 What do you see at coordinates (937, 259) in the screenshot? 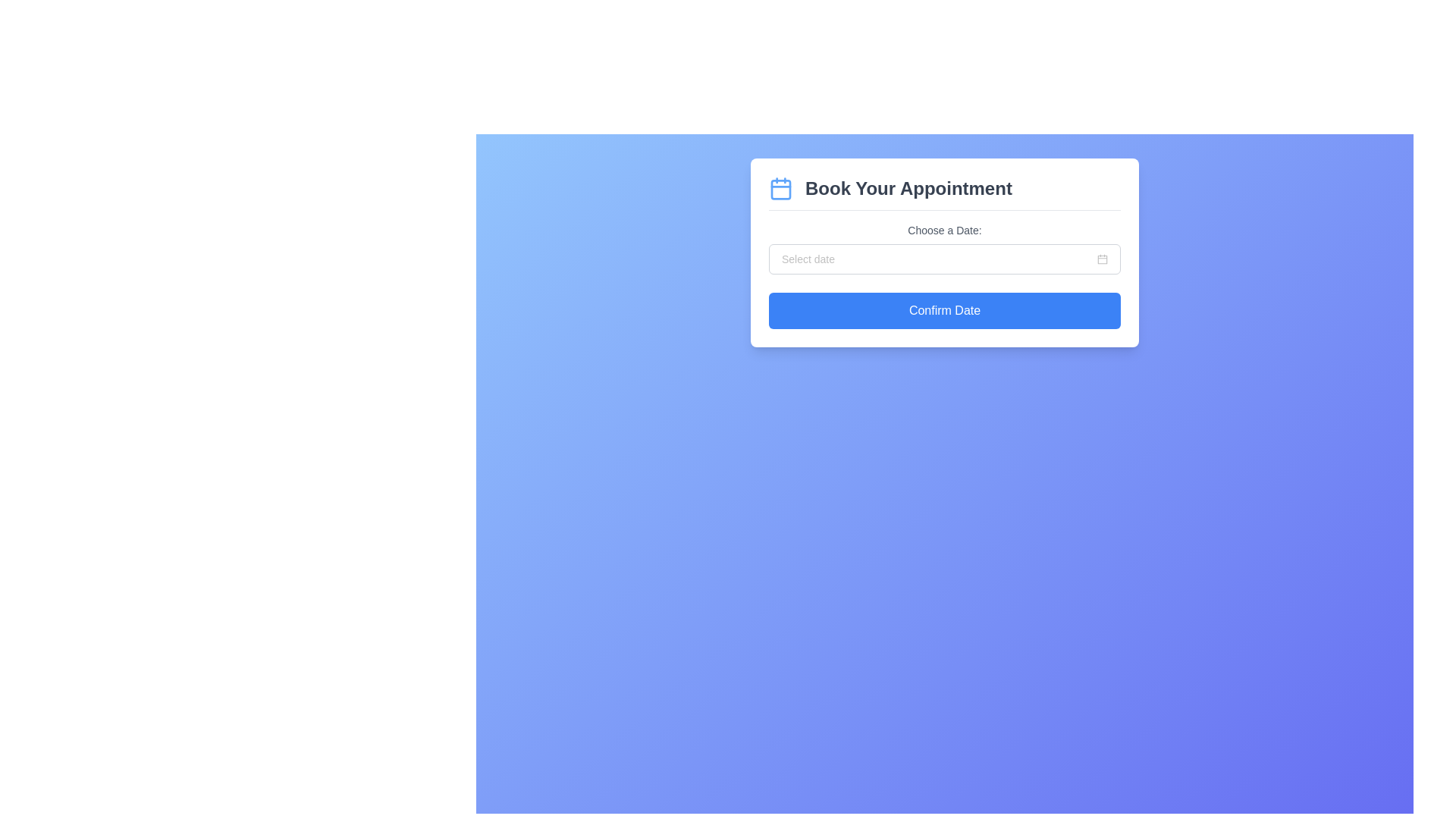
I see `the date selection input field with placeholder text 'Select date'` at bounding box center [937, 259].